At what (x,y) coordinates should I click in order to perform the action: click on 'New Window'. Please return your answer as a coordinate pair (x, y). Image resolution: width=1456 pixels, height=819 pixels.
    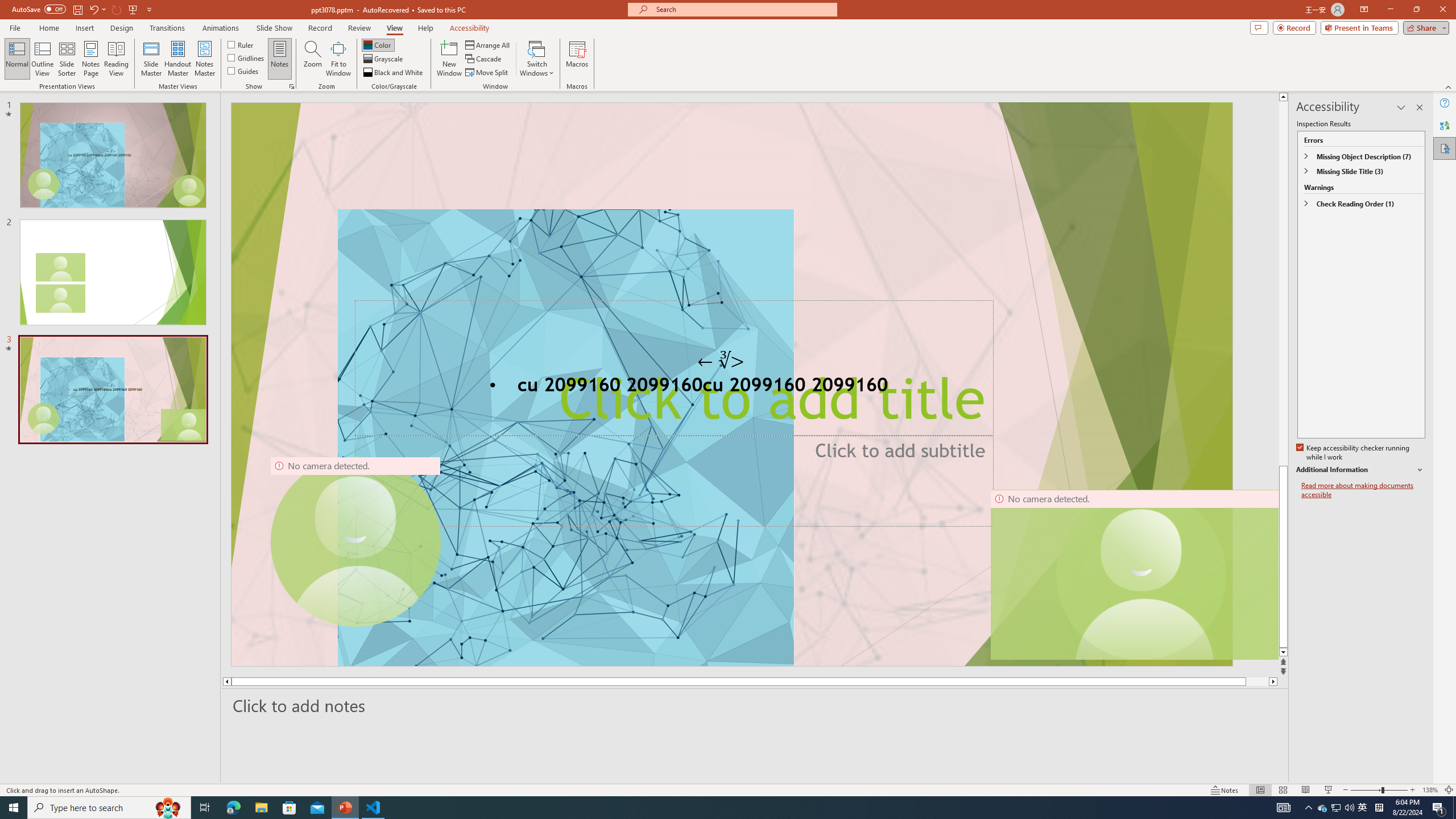
    Looking at the image, I should click on (448, 59).